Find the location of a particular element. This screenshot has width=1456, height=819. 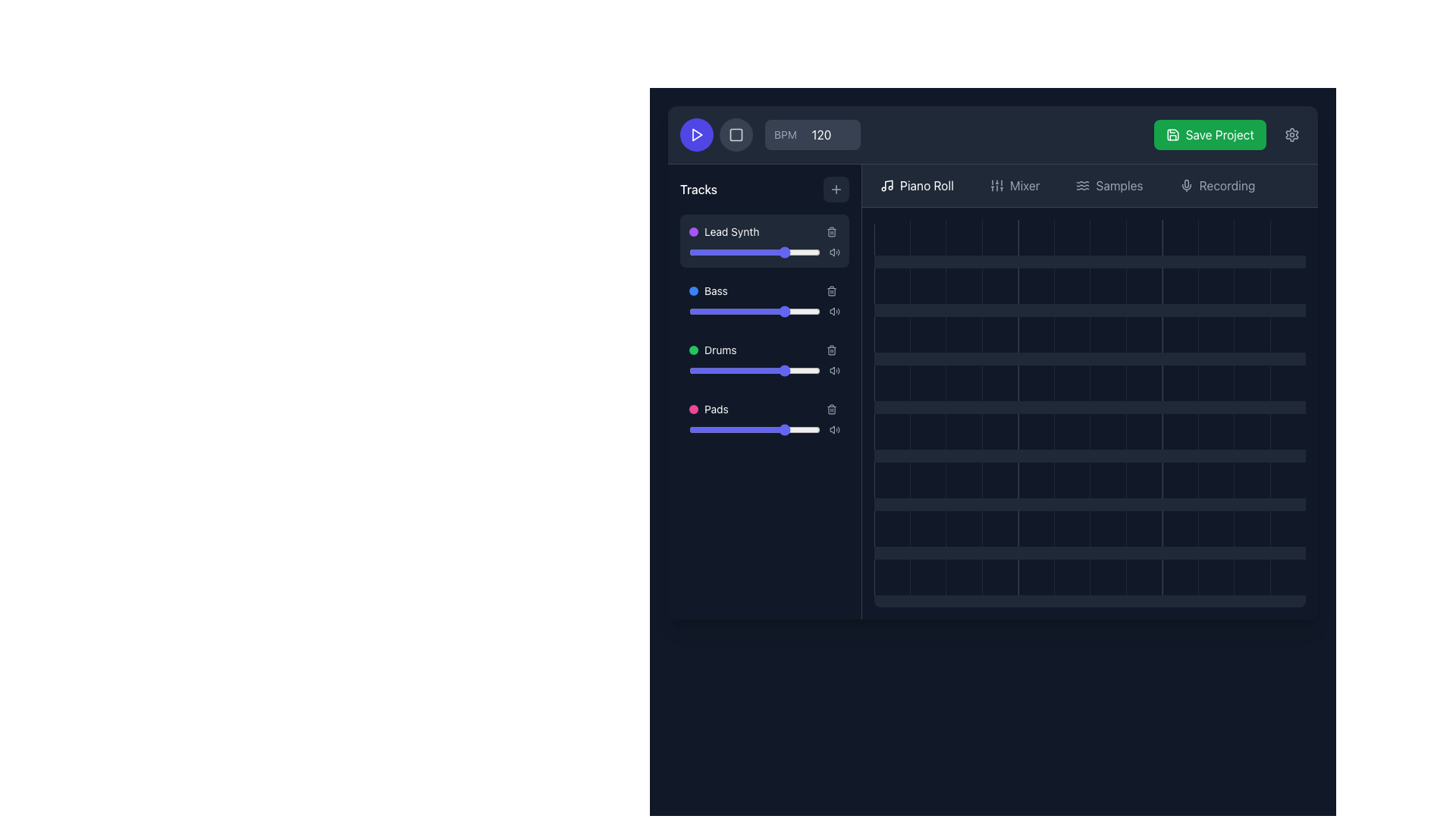

the slider value is located at coordinates (716, 251).